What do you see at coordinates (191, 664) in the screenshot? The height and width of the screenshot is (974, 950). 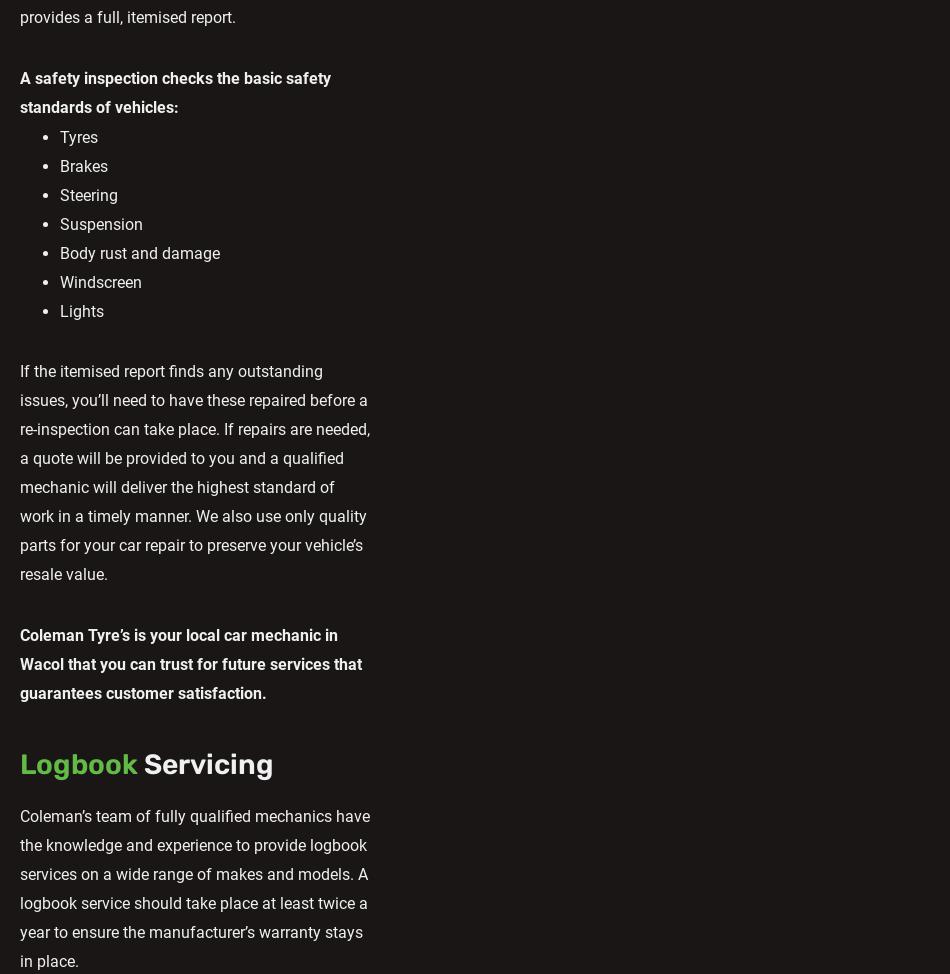 I see `'Coleman Tyre’s is your local car mechanic in Wacol that you can trust for future services that guarantees customer satisfaction.'` at bounding box center [191, 664].